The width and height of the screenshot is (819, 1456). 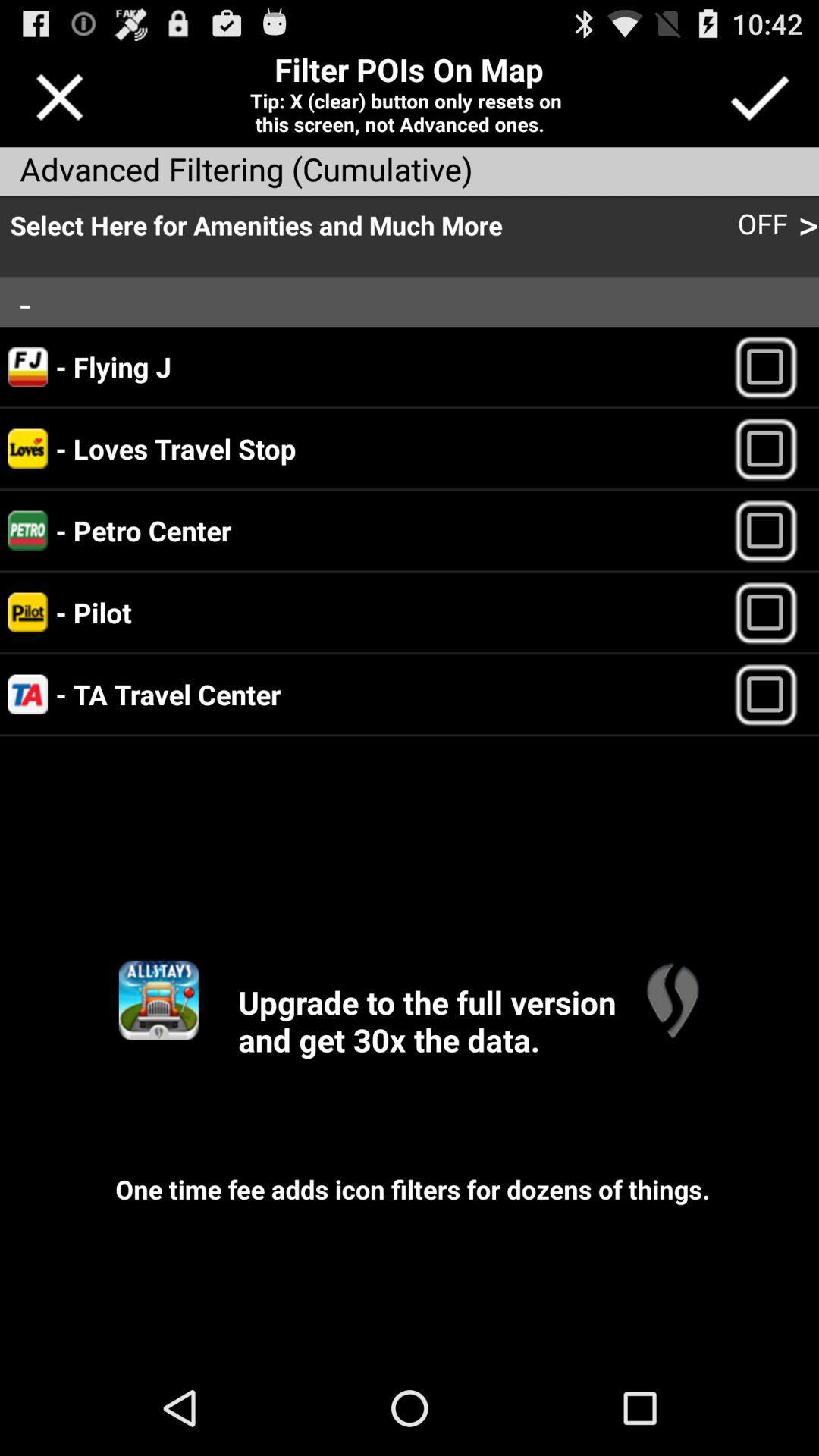 What do you see at coordinates (58, 96) in the screenshot?
I see `exit out` at bounding box center [58, 96].